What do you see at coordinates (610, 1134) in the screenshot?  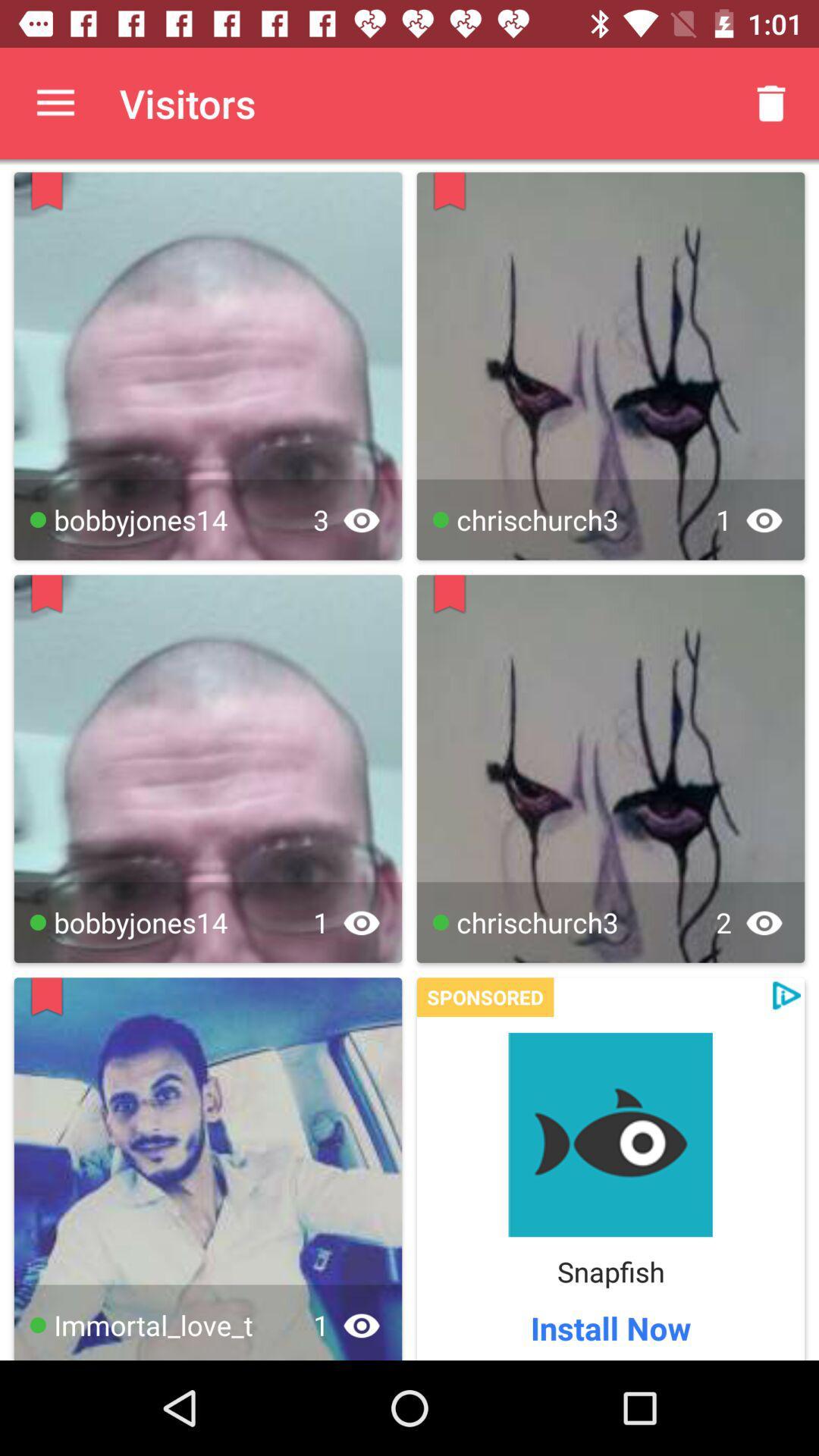 I see `the app page for snapfish` at bounding box center [610, 1134].